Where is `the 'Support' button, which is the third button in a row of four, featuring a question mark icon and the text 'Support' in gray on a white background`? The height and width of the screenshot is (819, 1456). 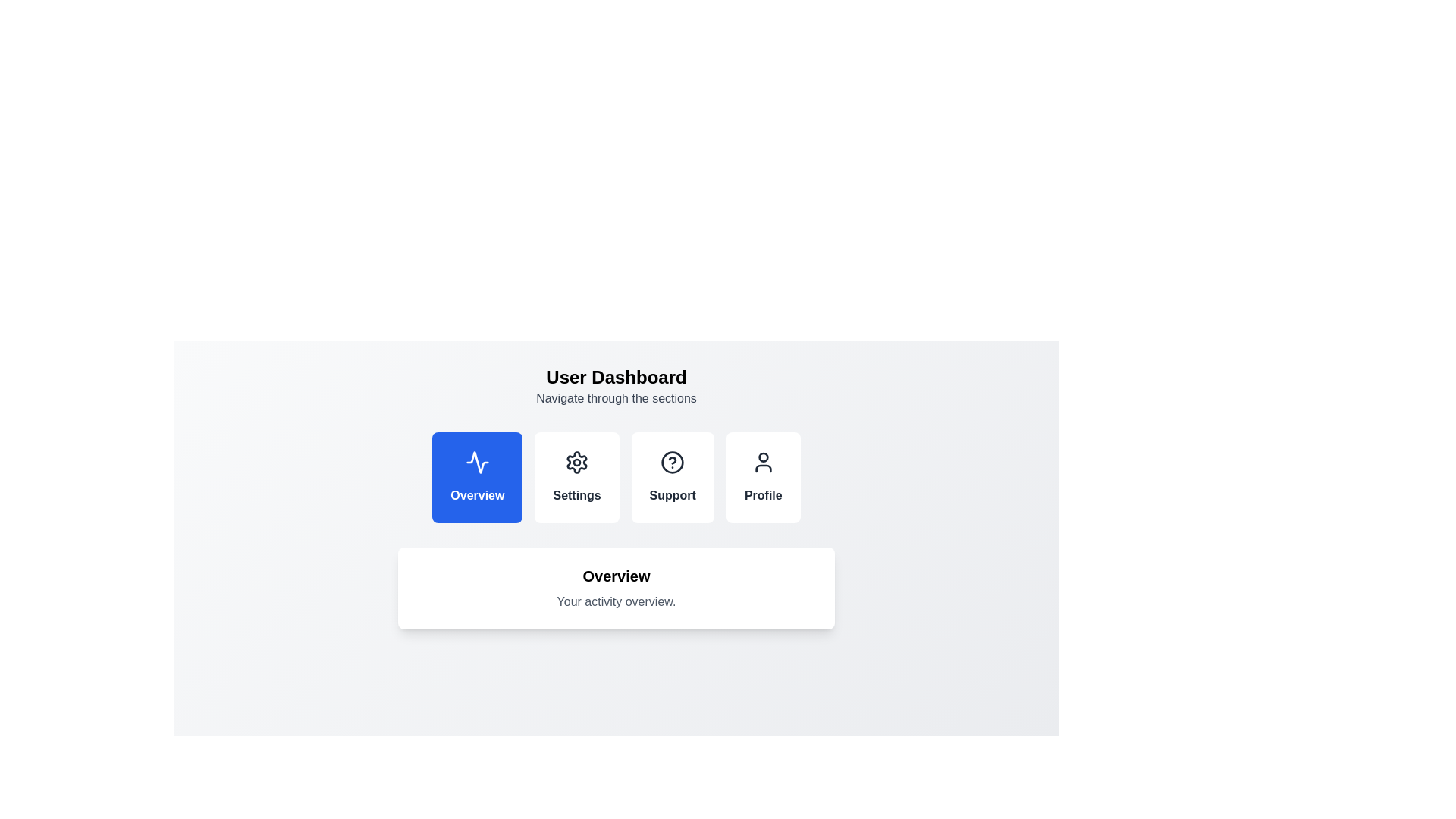 the 'Support' button, which is the third button in a row of four, featuring a question mark icon and the text 'Support' in gray on a white background is located at coordinates (672, 476).